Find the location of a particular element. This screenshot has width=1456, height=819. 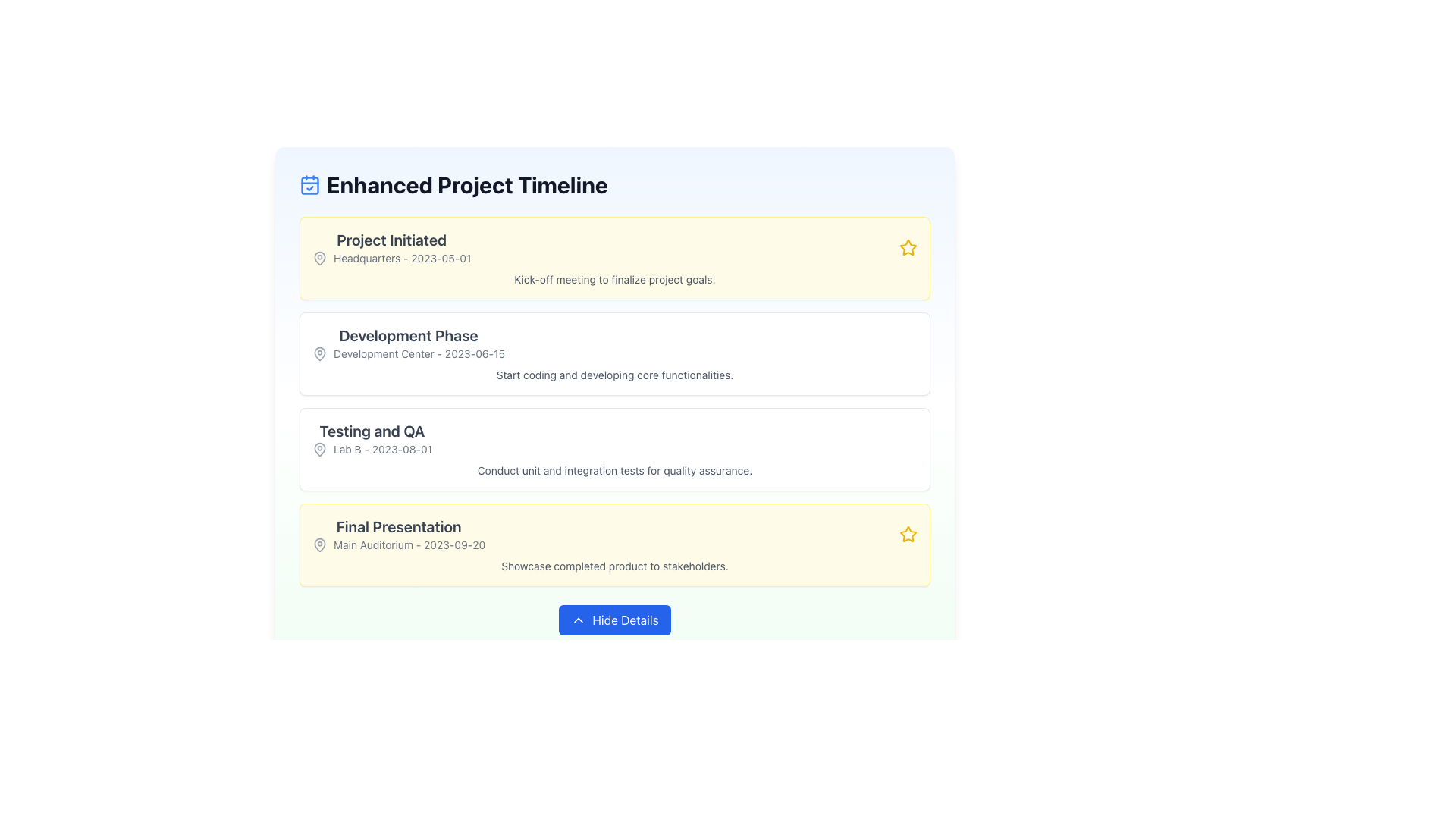

the pin icon located in the timeline interface under the 'Project Initiated' section beside the text 'Headquarters - 2023-05-01' is located at coordinates (319, 256).